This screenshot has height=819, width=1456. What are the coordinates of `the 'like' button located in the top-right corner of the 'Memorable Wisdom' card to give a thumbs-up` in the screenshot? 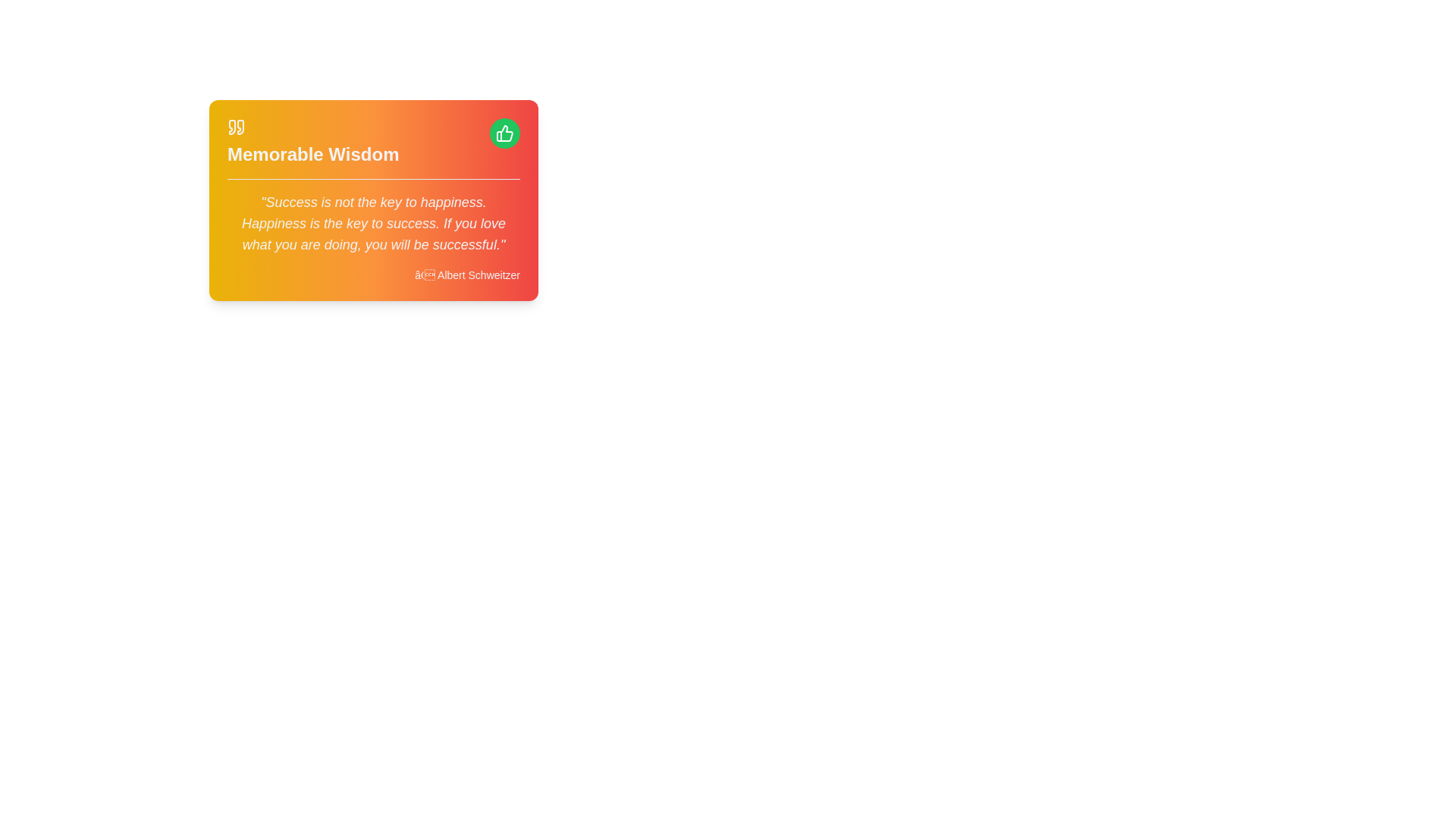 It's located at (505, 133).